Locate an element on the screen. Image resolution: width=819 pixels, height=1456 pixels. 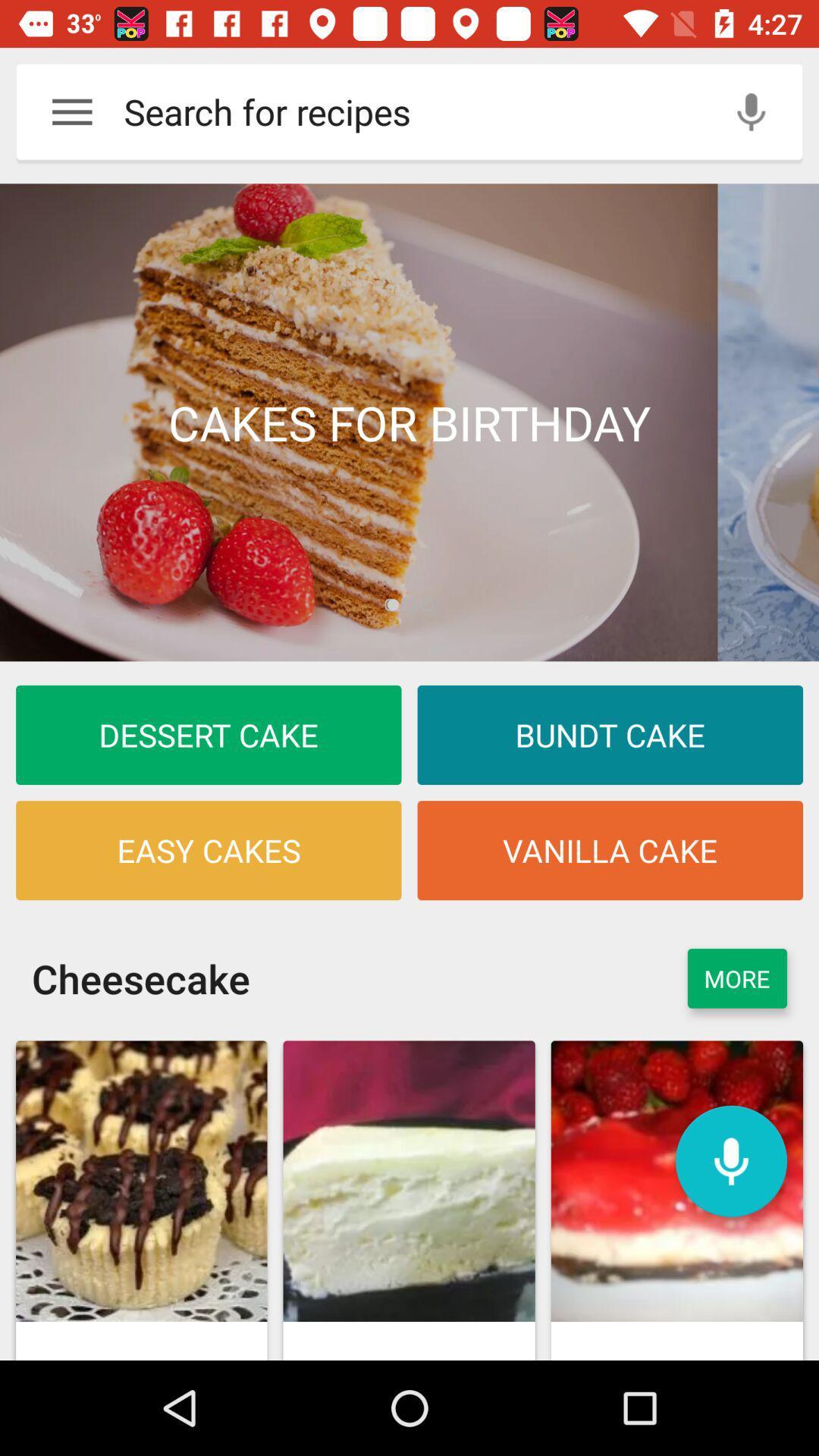
the microphone icon is located at coordinates (751, 111).